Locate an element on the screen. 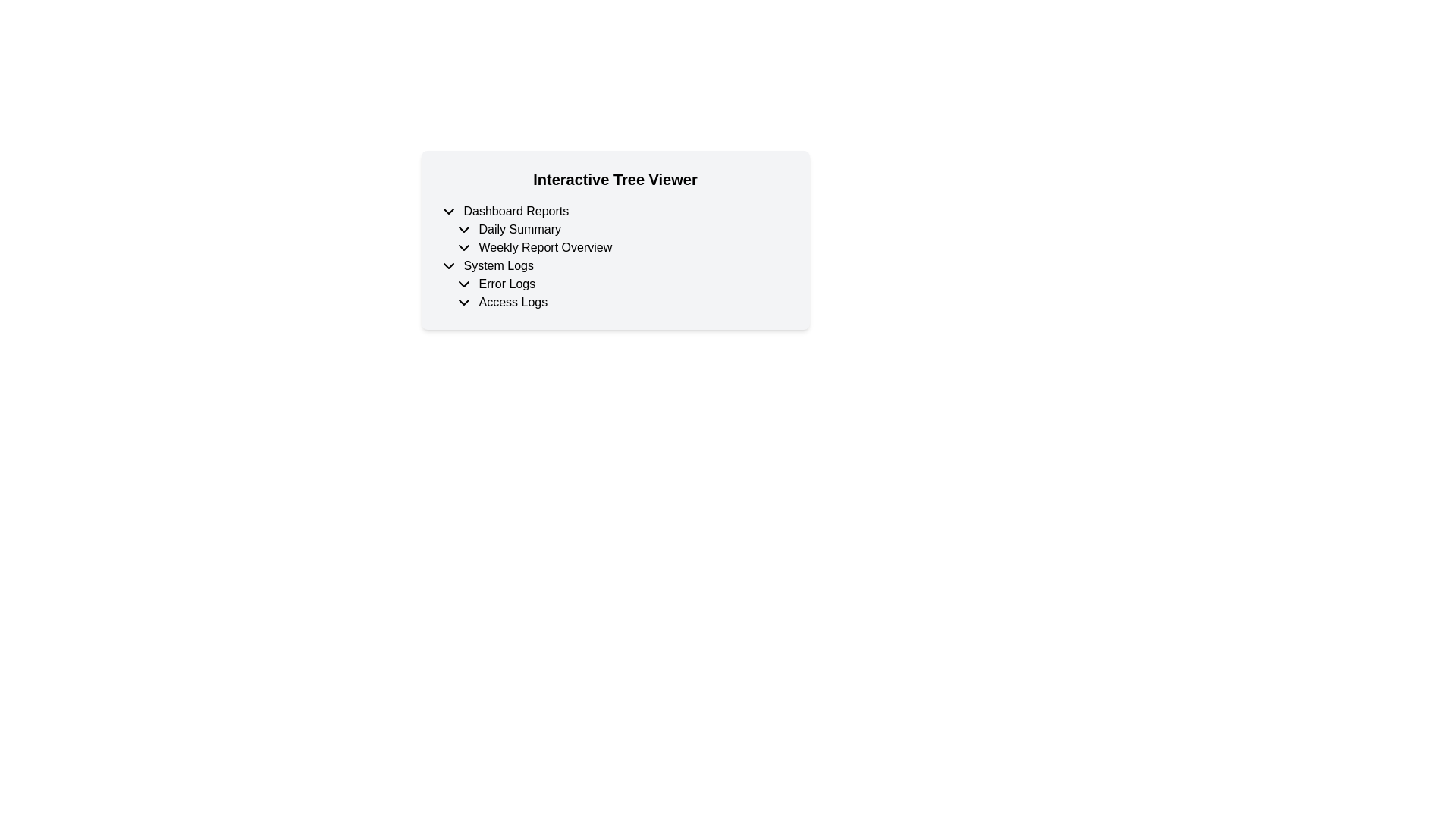 The width and height of the screenshot is (1456, 819). the 'Access Logs' text label is located at coordinates (513, 302).